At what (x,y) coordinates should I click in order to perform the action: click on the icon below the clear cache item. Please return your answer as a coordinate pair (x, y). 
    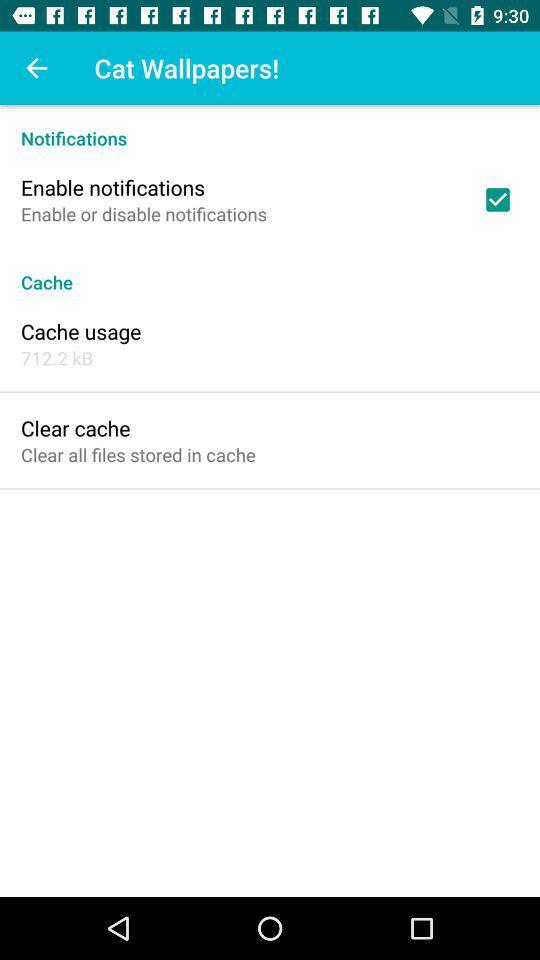
    Looking at the image, I should click on (137, 454).